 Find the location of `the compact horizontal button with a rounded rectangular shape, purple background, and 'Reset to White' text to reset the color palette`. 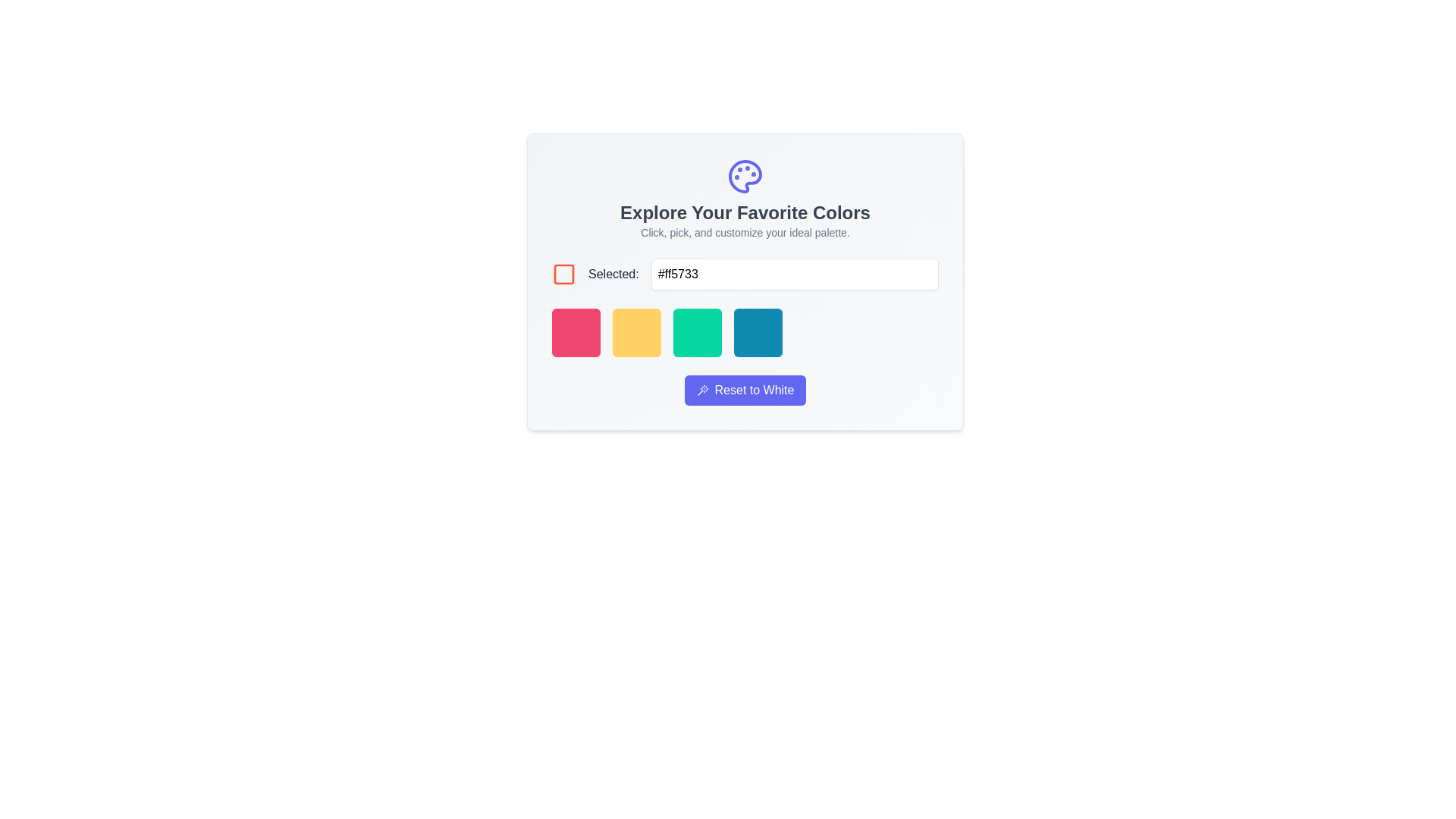

the compact horizontal button with a rounded rectangular shape, purple background, and 'Reset to White' text to reset the color palette is located at coordinates (745, 390).